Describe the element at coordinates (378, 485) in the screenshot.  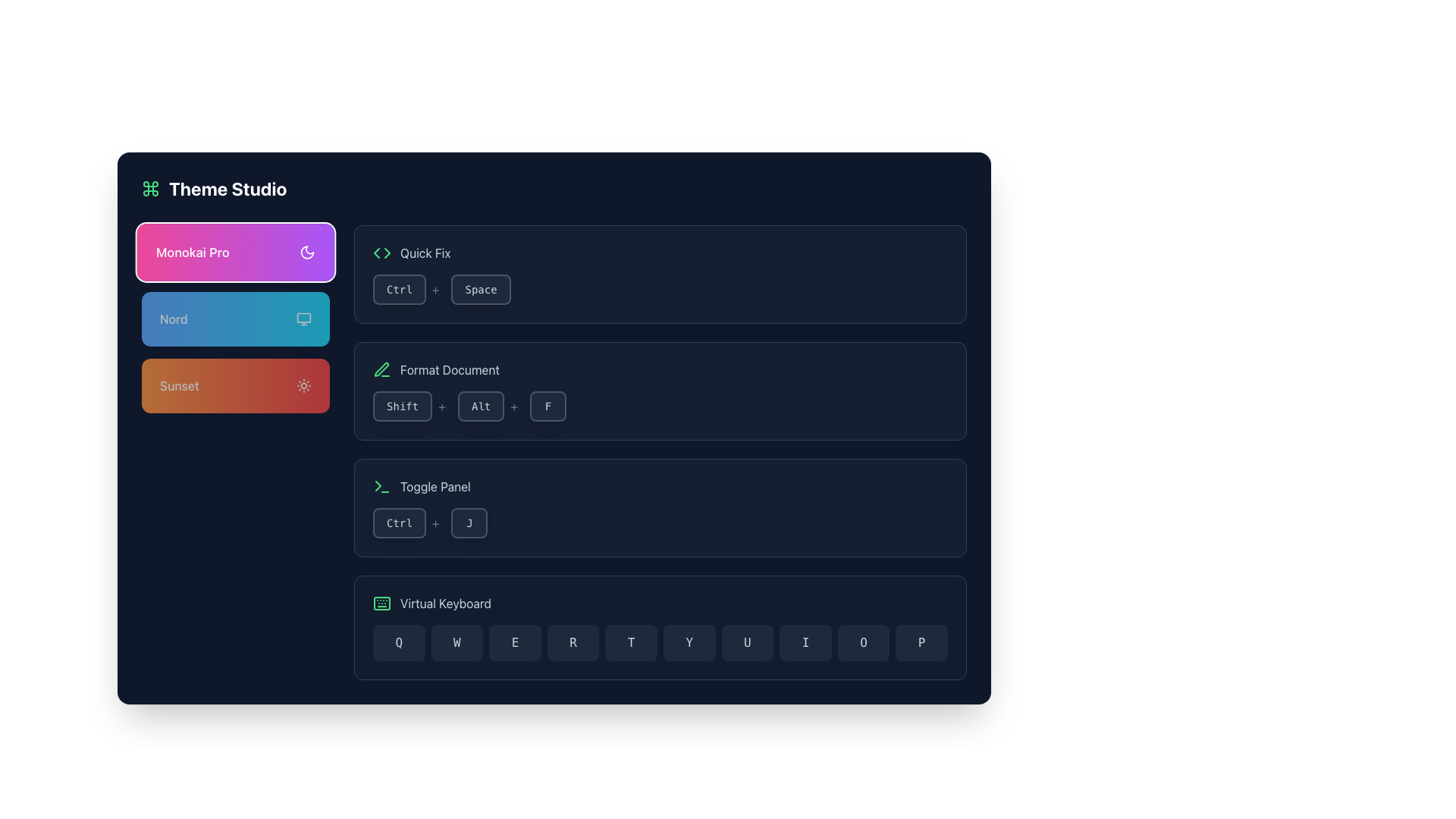
I see `the leftward pointing chevron within the terminal icon located in the left section of the application interface, near the 'Toggle Panel' functionality` at that location.